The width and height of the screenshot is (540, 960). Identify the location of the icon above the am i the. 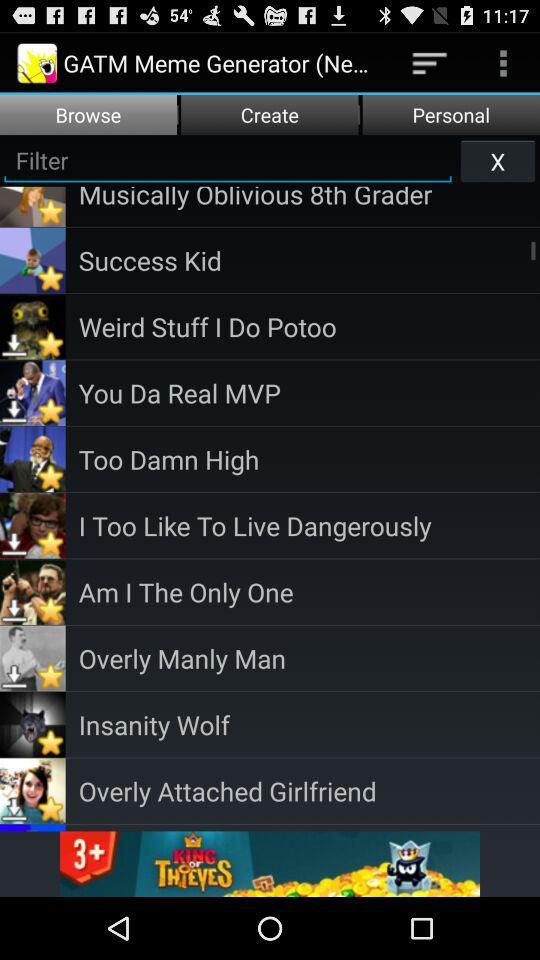
(309, 524).